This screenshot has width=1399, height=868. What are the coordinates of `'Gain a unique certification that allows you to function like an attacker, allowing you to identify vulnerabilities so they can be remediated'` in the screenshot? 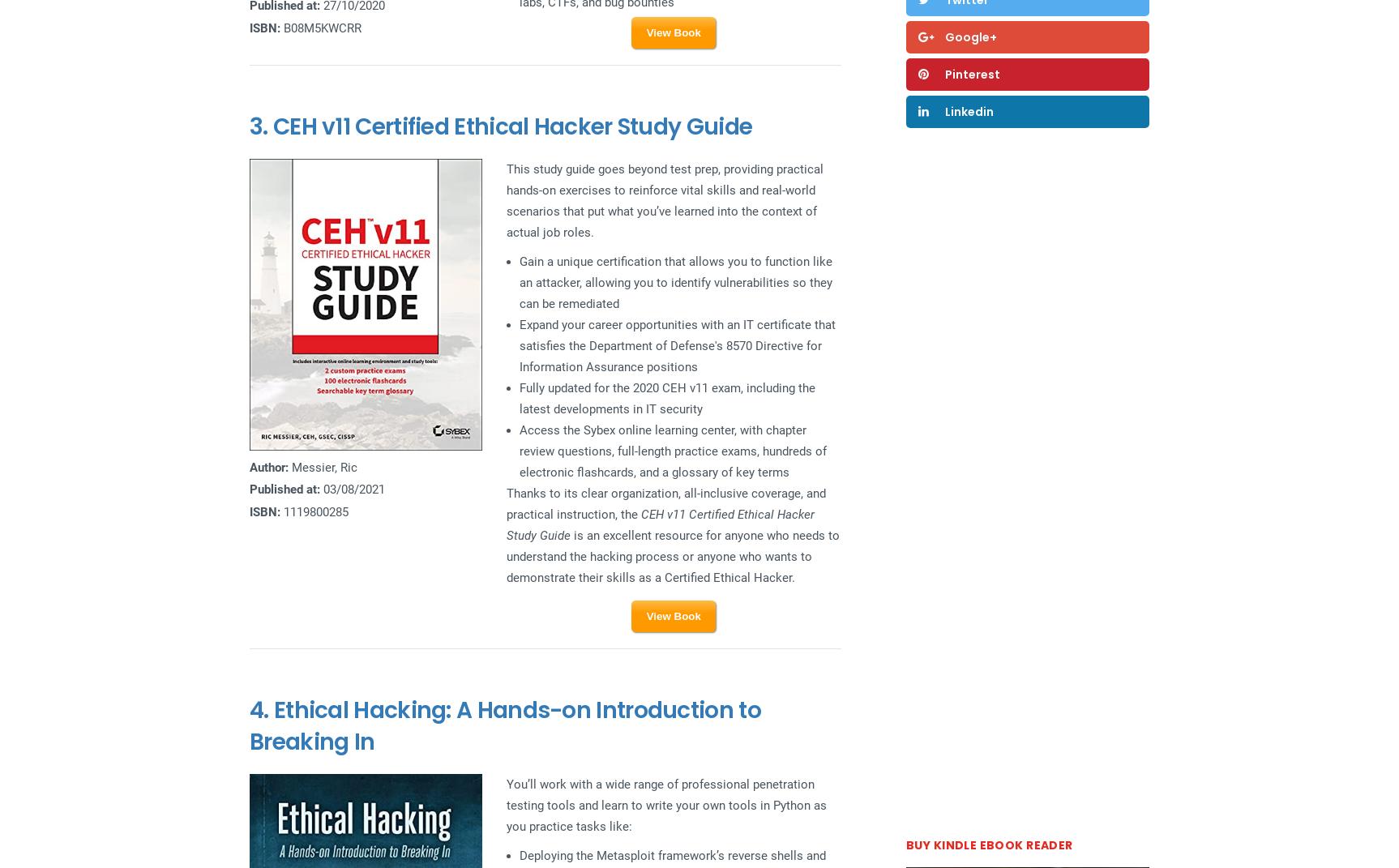 It's located at (518, 282).